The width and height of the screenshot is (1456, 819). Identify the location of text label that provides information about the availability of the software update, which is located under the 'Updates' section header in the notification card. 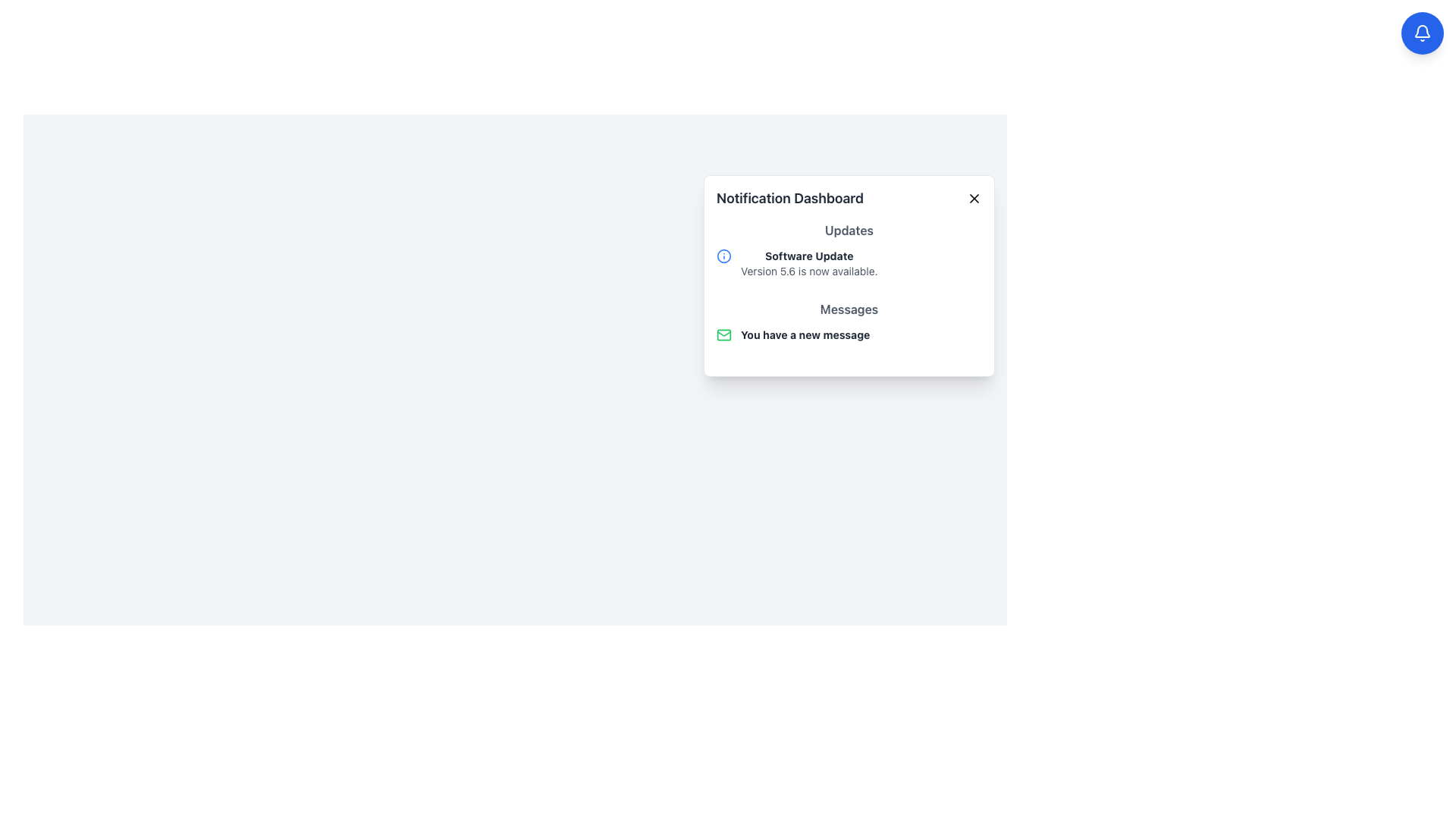
(808, 262).